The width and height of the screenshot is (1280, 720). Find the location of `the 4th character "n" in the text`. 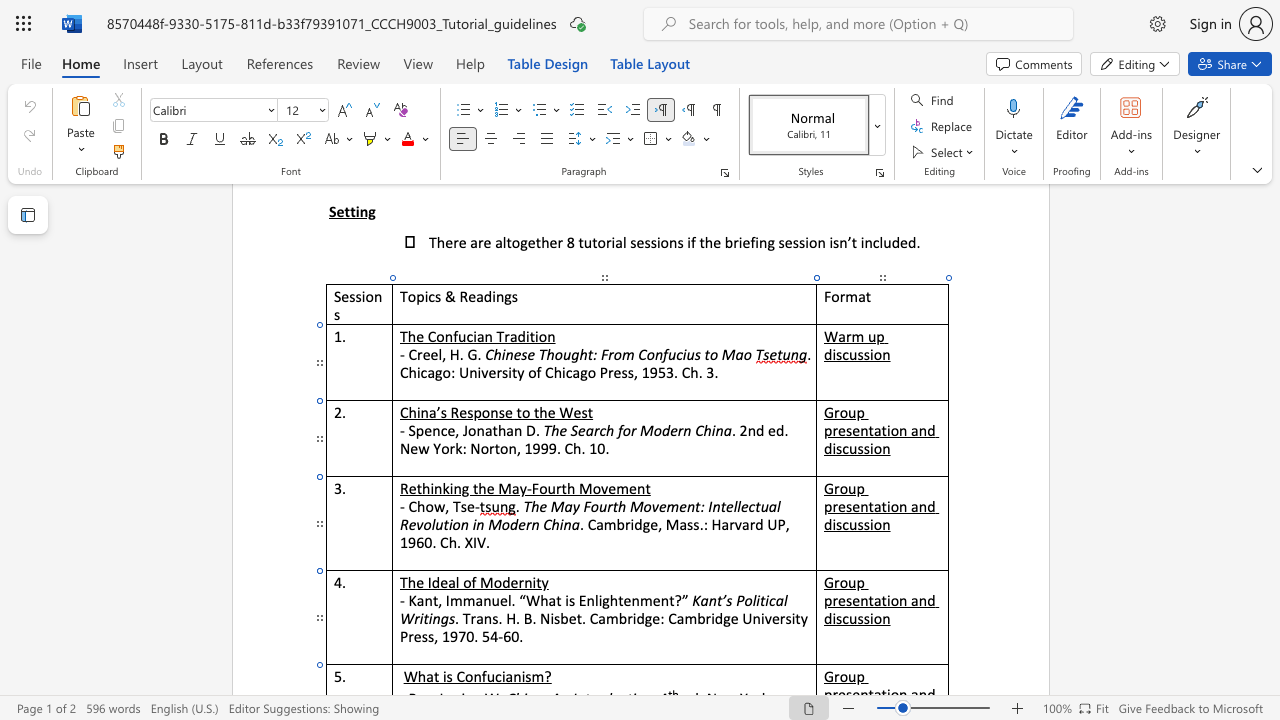

the 4th character "n" in the text is located at coordinates (885, 617).